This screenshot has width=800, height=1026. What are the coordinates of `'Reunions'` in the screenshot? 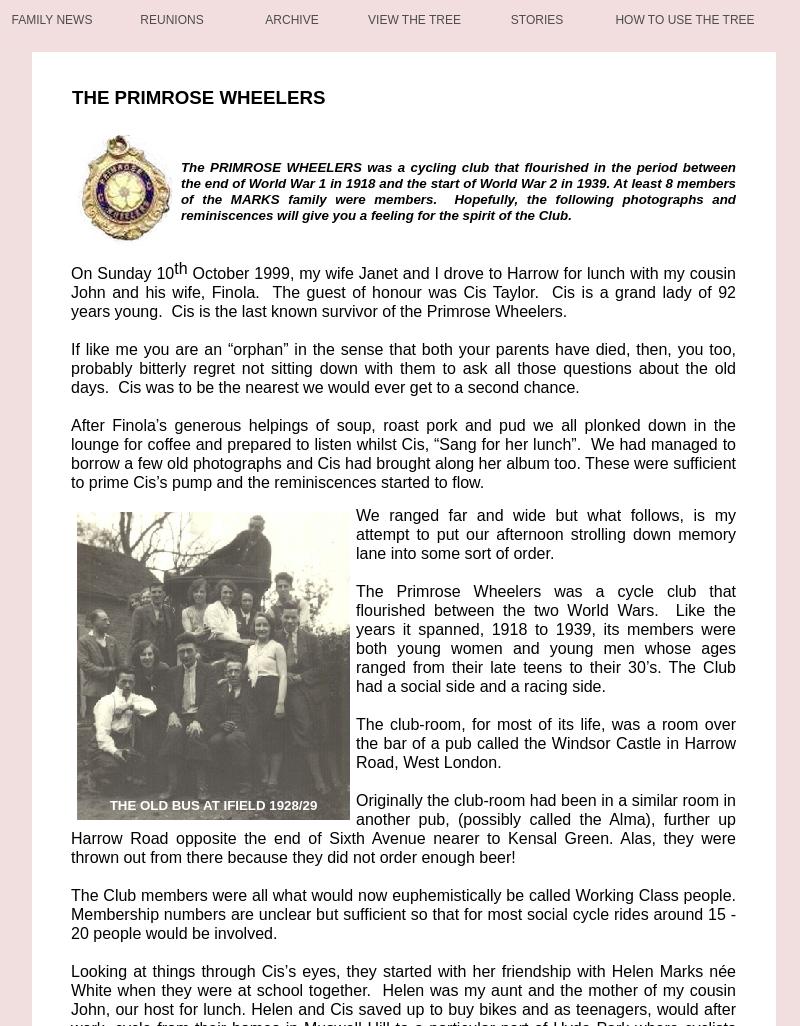 It's located at (170, 20).